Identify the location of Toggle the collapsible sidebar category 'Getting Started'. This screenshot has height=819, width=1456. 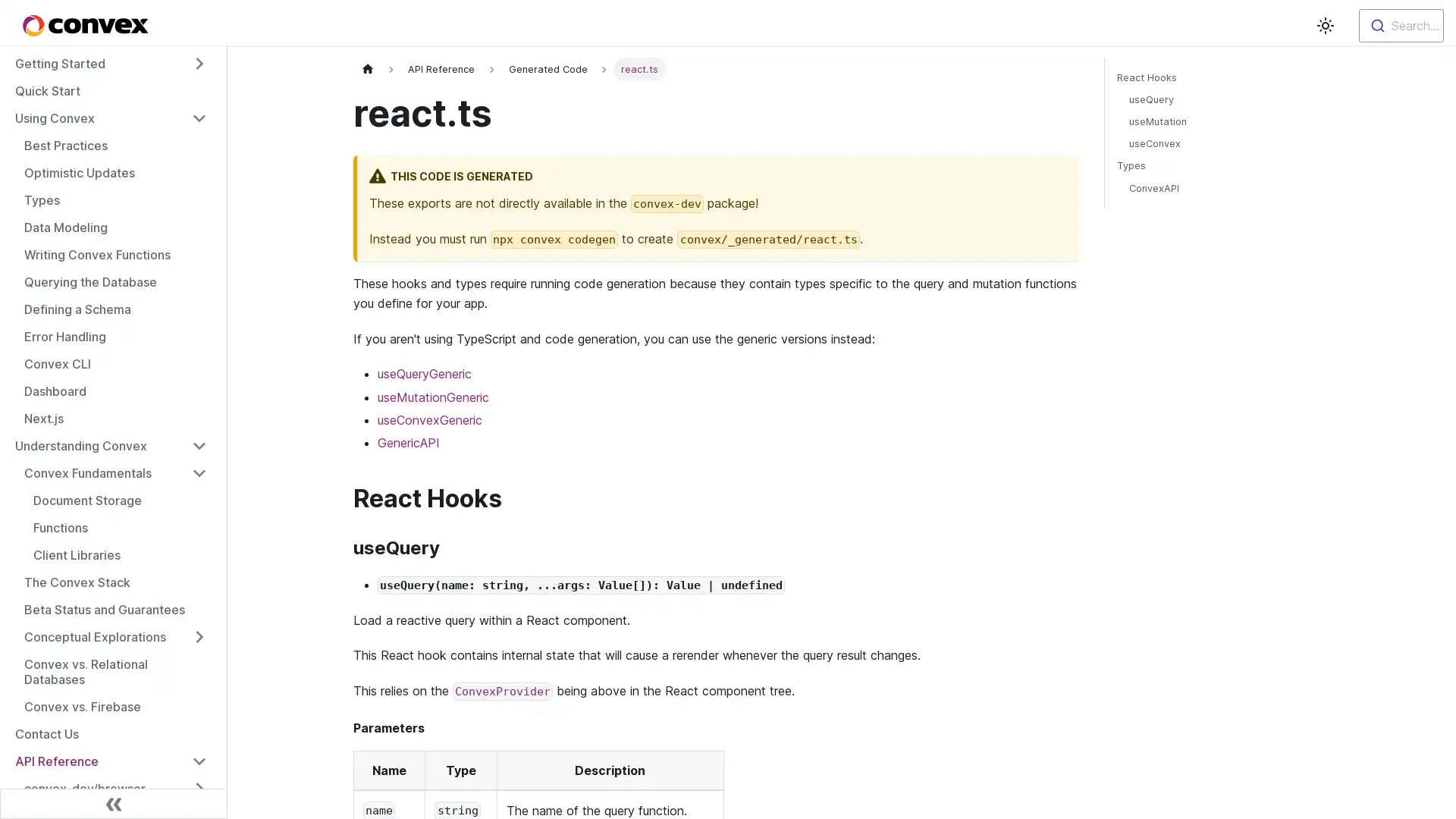
(199, 63).